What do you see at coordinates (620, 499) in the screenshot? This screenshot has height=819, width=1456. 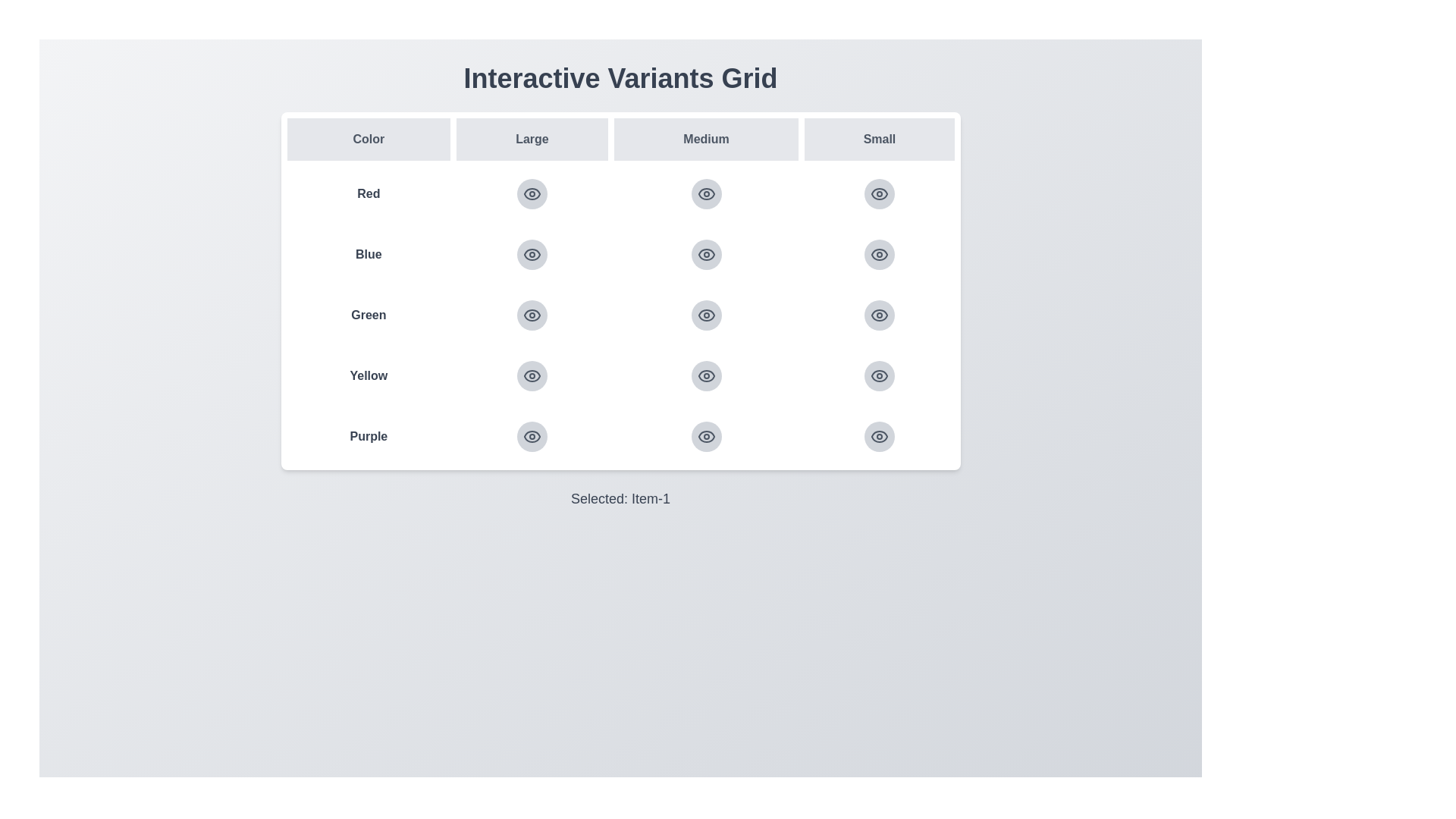 I see `the text label that displays the currently selected item in the interactive grid, which is centered below the grid and is the only text element in its vicinity` at bounding box center [620, 499].